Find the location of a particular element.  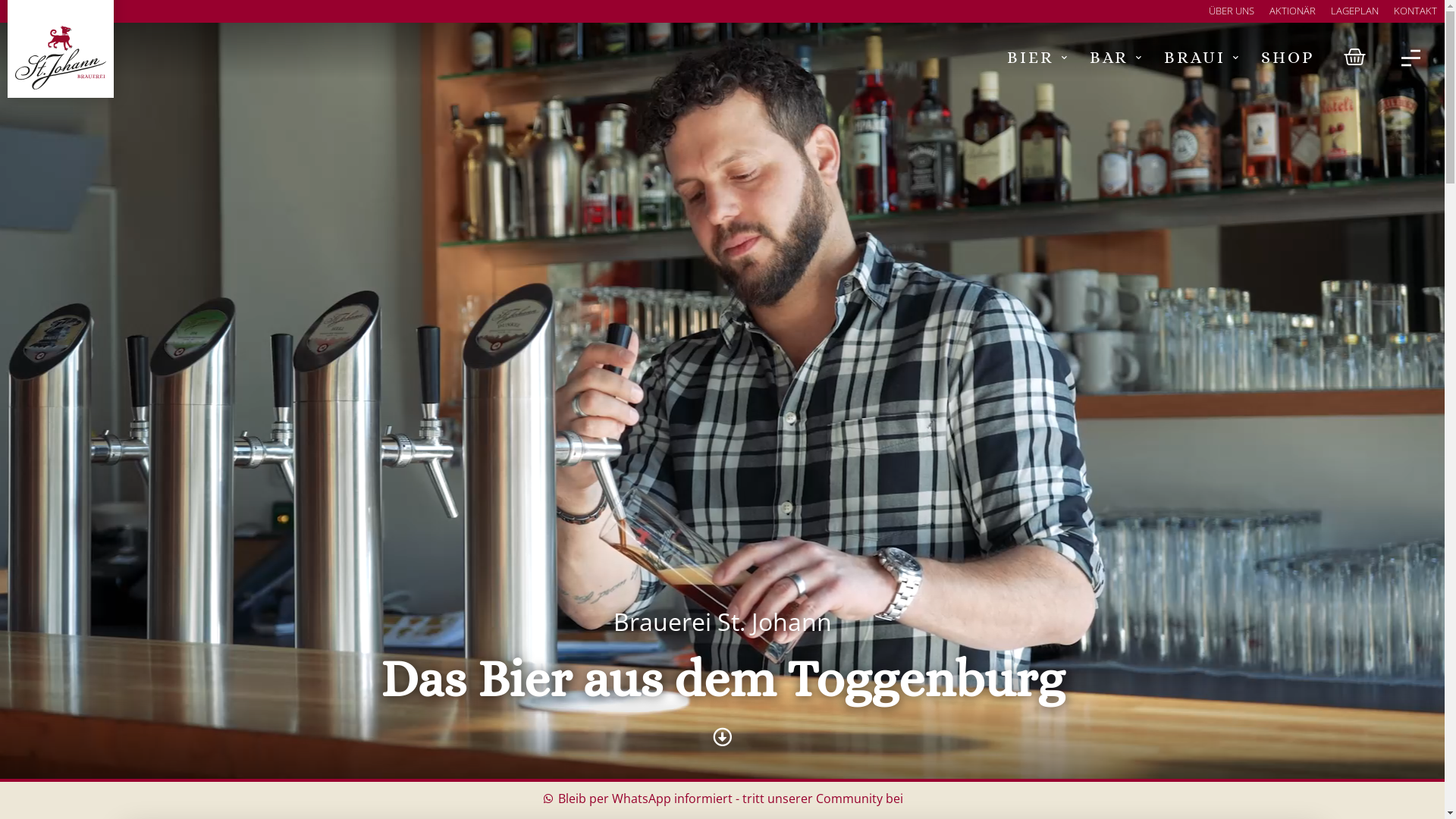

'BIER' is located at coordinates (1036, 57).